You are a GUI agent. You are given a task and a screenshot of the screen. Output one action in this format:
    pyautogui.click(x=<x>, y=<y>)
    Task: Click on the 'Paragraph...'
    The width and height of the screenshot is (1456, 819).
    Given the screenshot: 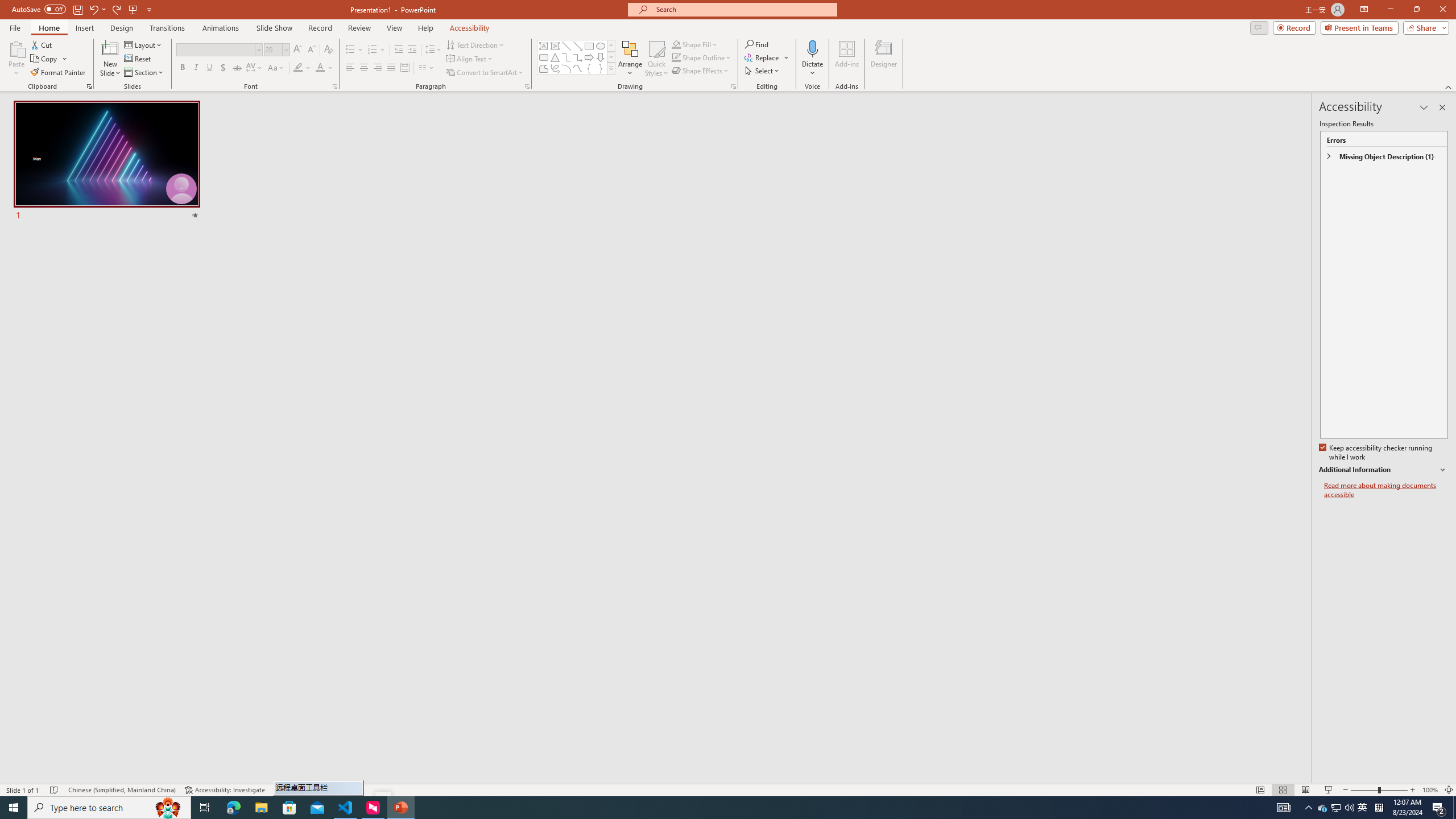 What is the action you would take?
    pyautogui.click(x=526, y=85)
    